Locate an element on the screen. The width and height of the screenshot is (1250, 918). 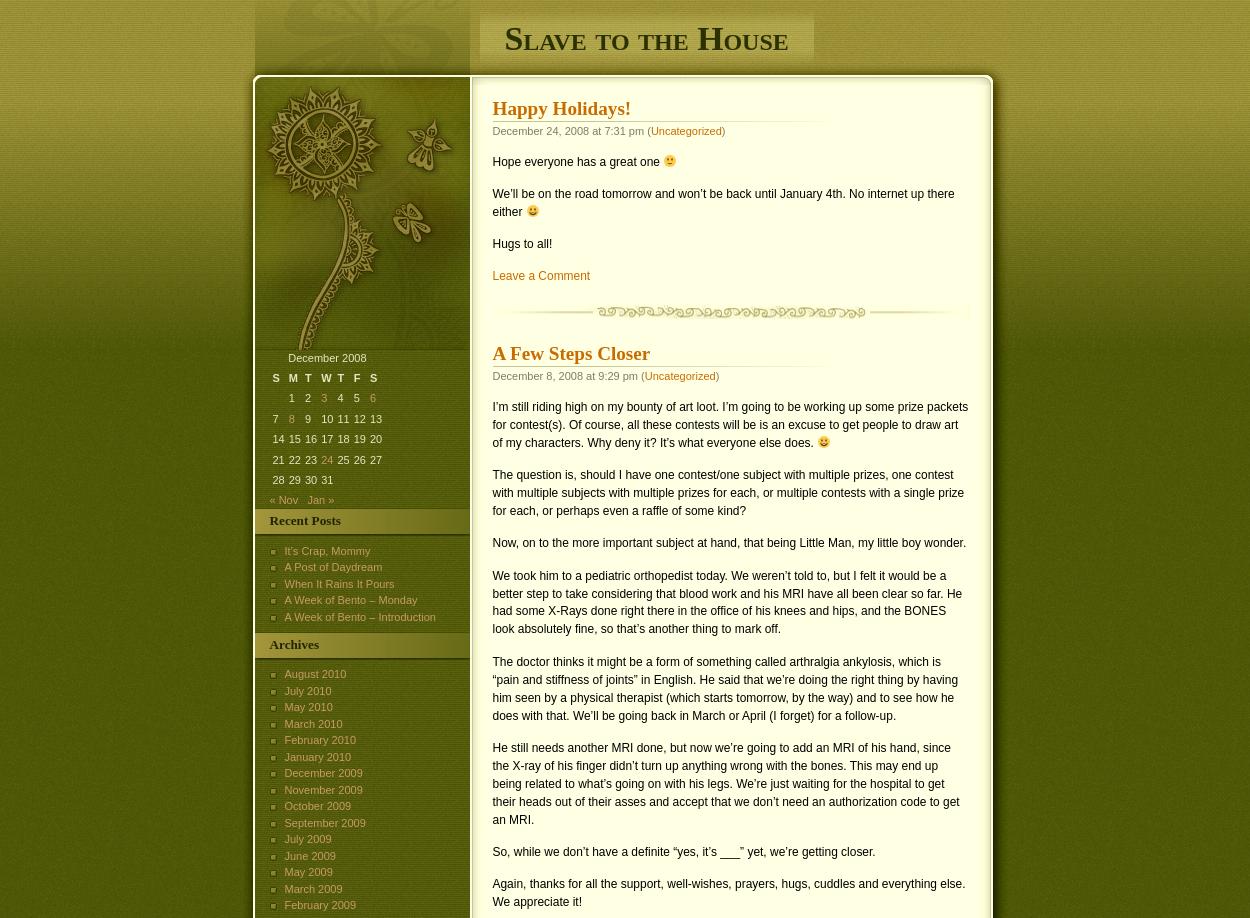
'Recent Posts' is located at coordinates (304, 520).